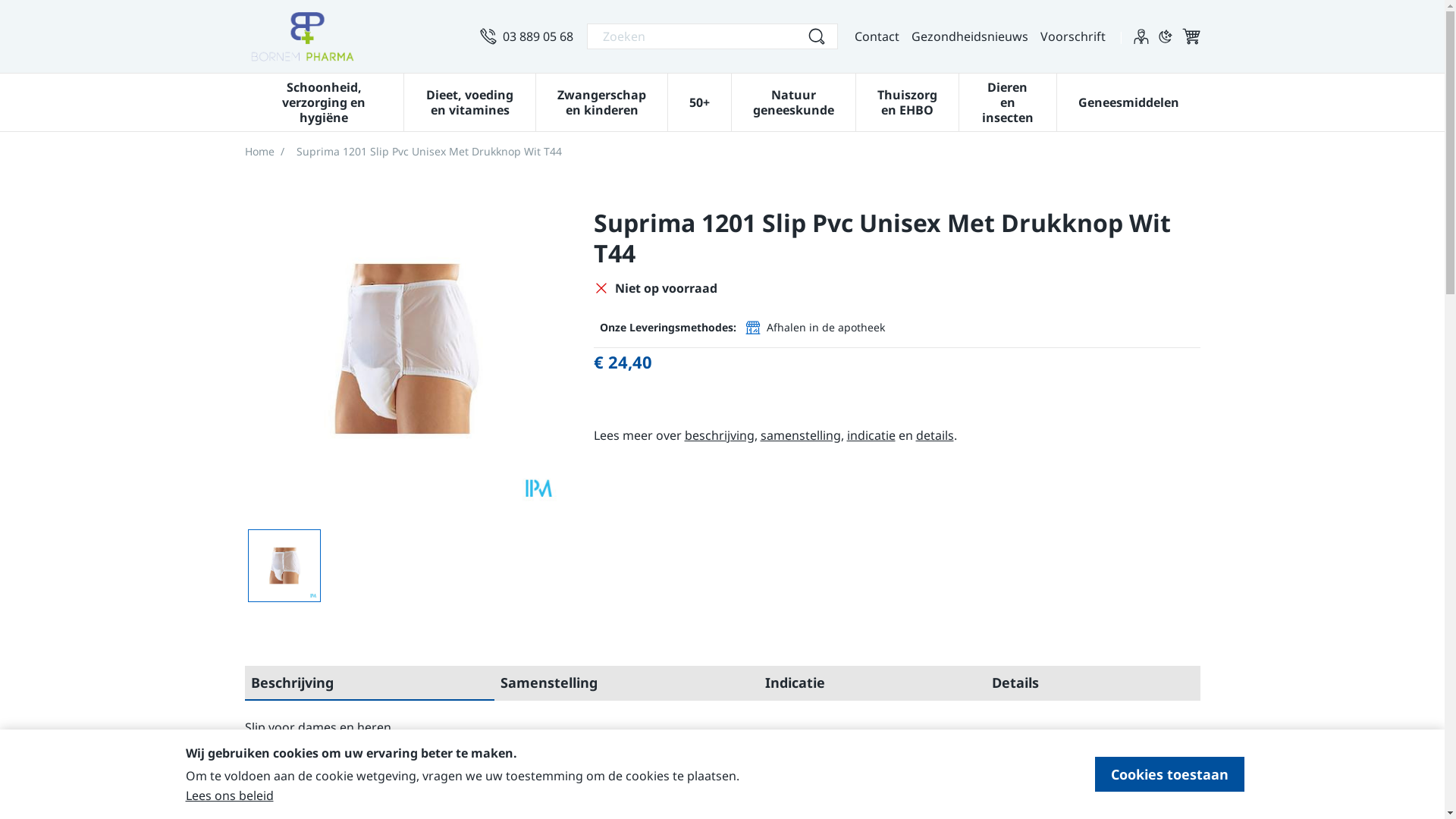 This screenshot has height=819, width=1456. What do you see at coordinates (259, 152) in the screenshot?
I see `'Home'` at bounding box center [259, 152].